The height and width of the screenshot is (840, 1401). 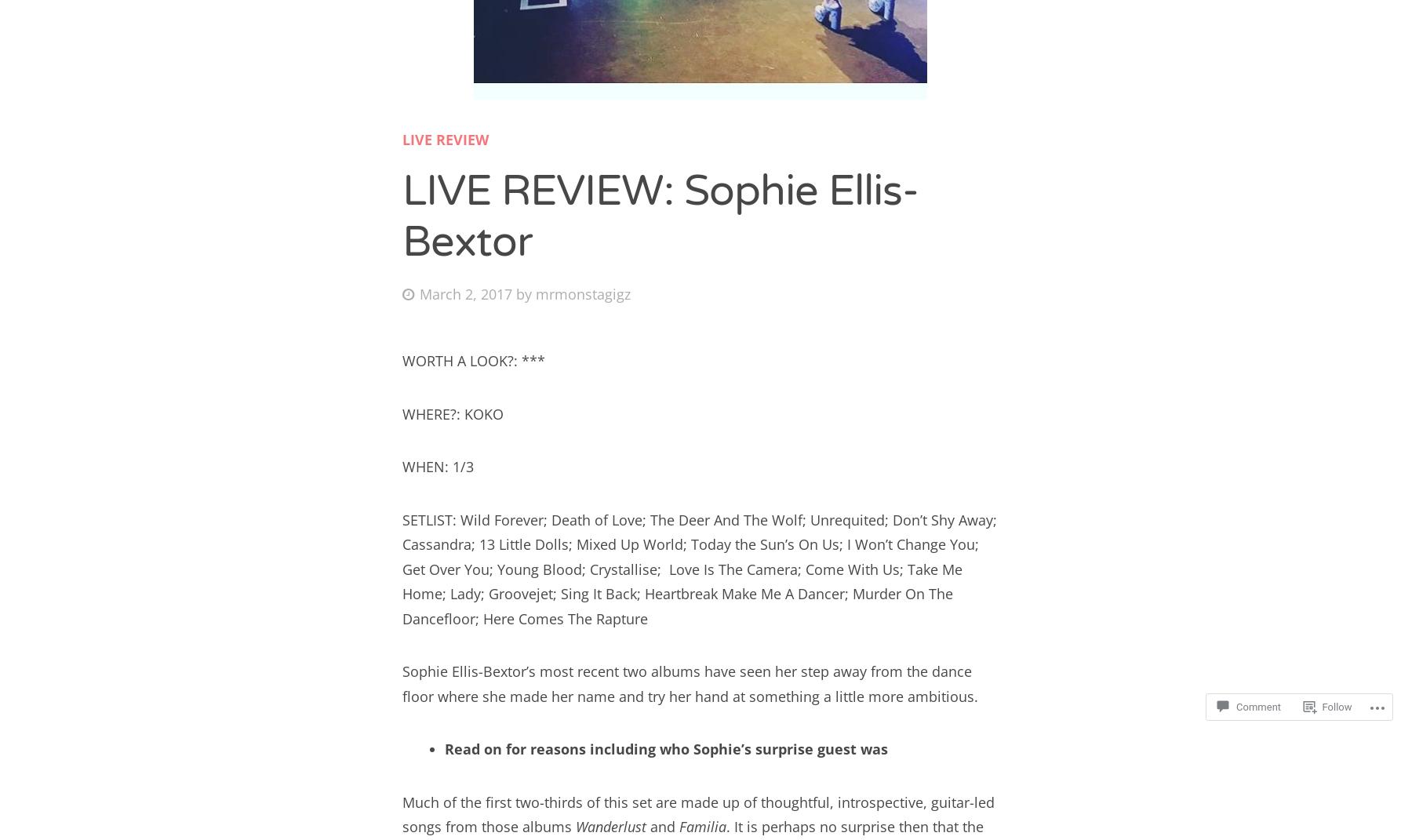 What do you see at coordinates (526, 292) in the screenshot?
I see `'by'` at bounding box center [526, 292].